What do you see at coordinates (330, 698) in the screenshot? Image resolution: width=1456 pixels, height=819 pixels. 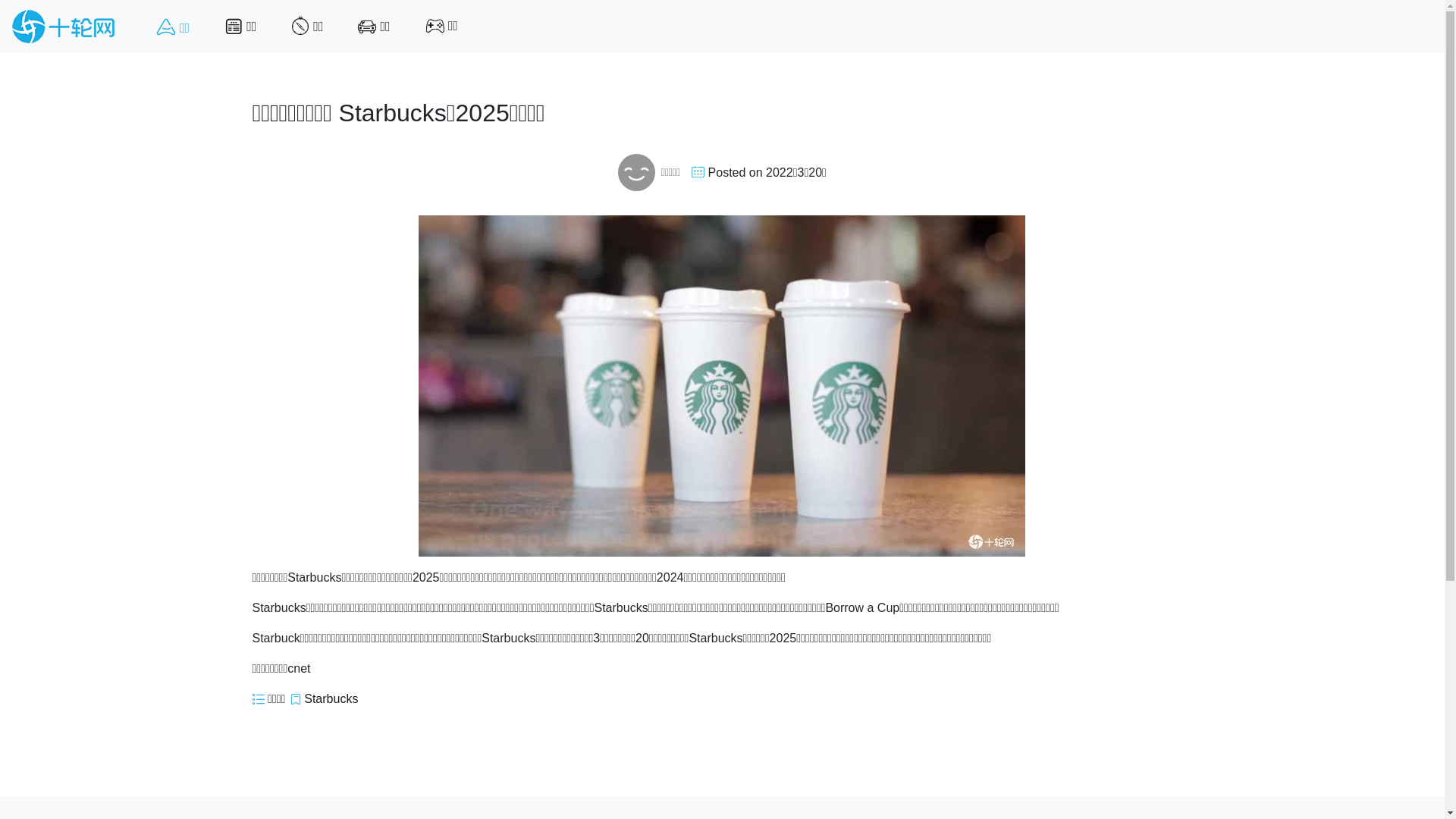 I see `'Starbucks'` at bounding box center [330, 698].